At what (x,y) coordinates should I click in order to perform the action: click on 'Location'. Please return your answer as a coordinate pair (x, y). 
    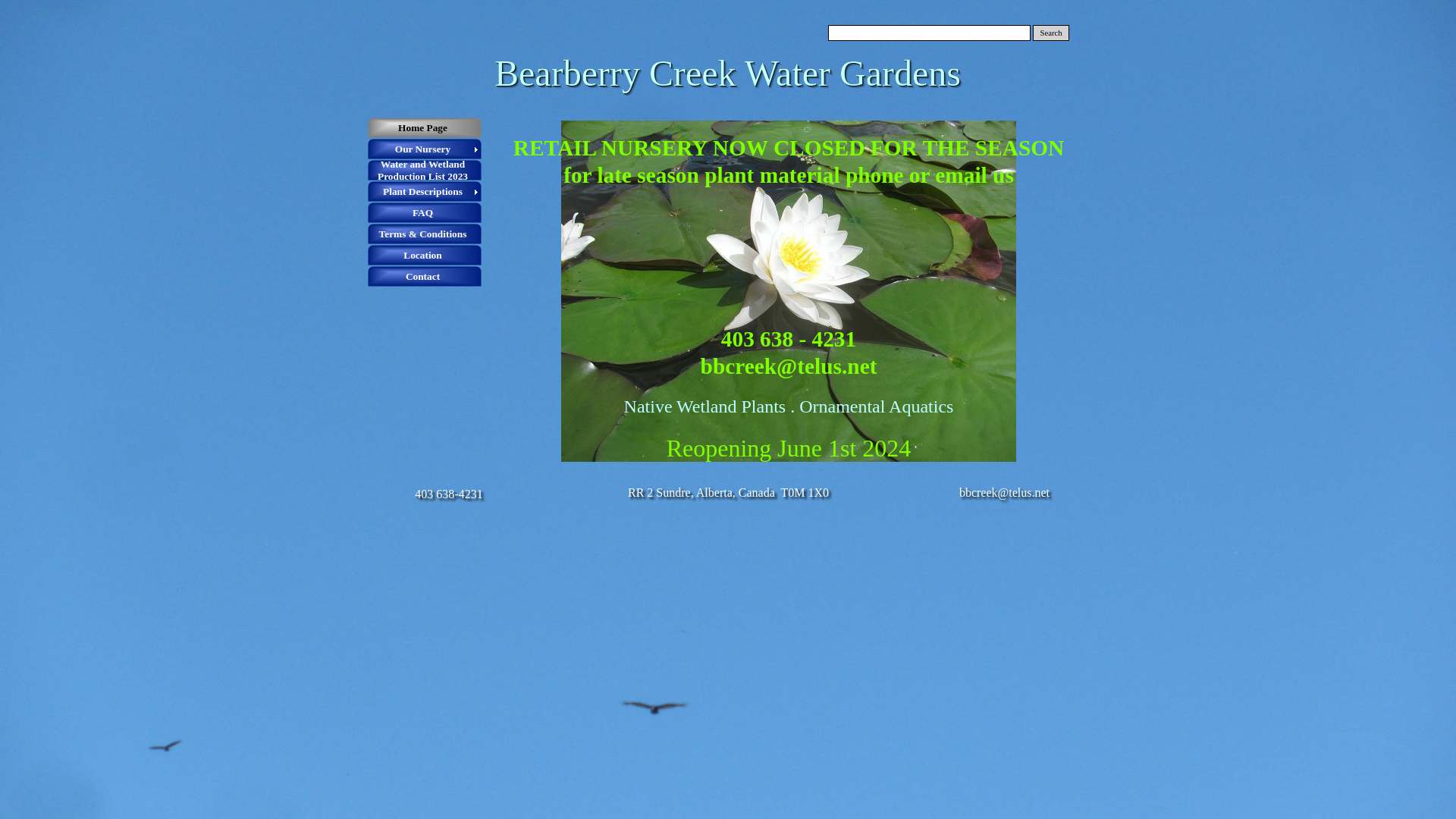
    Looking at the image, I should click on (367, 254).